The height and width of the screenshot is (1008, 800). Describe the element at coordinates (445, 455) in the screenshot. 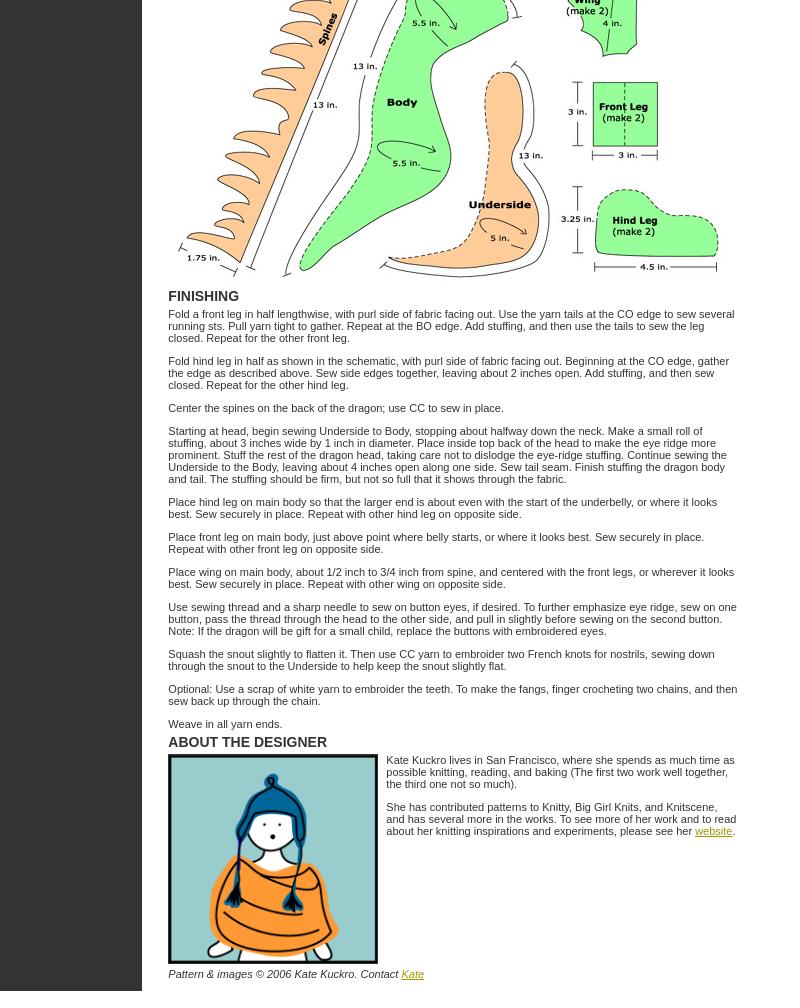

I see `'Starting at head, begin sewing 
                            Underside to Body, stopping about halfway down 
                            the neck. Make a small roll of stuffing, about 
                            3 inches wide by 1 inch in diameter. Place inside 
                            top back of the head to make the eye ridge more 
                            prominent. Stuff the rest of the dragon head, 
                            taking care not to dislodge the eye-ridge stuffing. 
                            Continue sewing the Underside to the Body, leaving 
                            about 4 inches open along one side. Sew tail 
                            seam. Finish stuffing the dragon body and tail. 
                            The stuffing should be firm, but not so full 
                            that it shows through the fabric.'` at that location.